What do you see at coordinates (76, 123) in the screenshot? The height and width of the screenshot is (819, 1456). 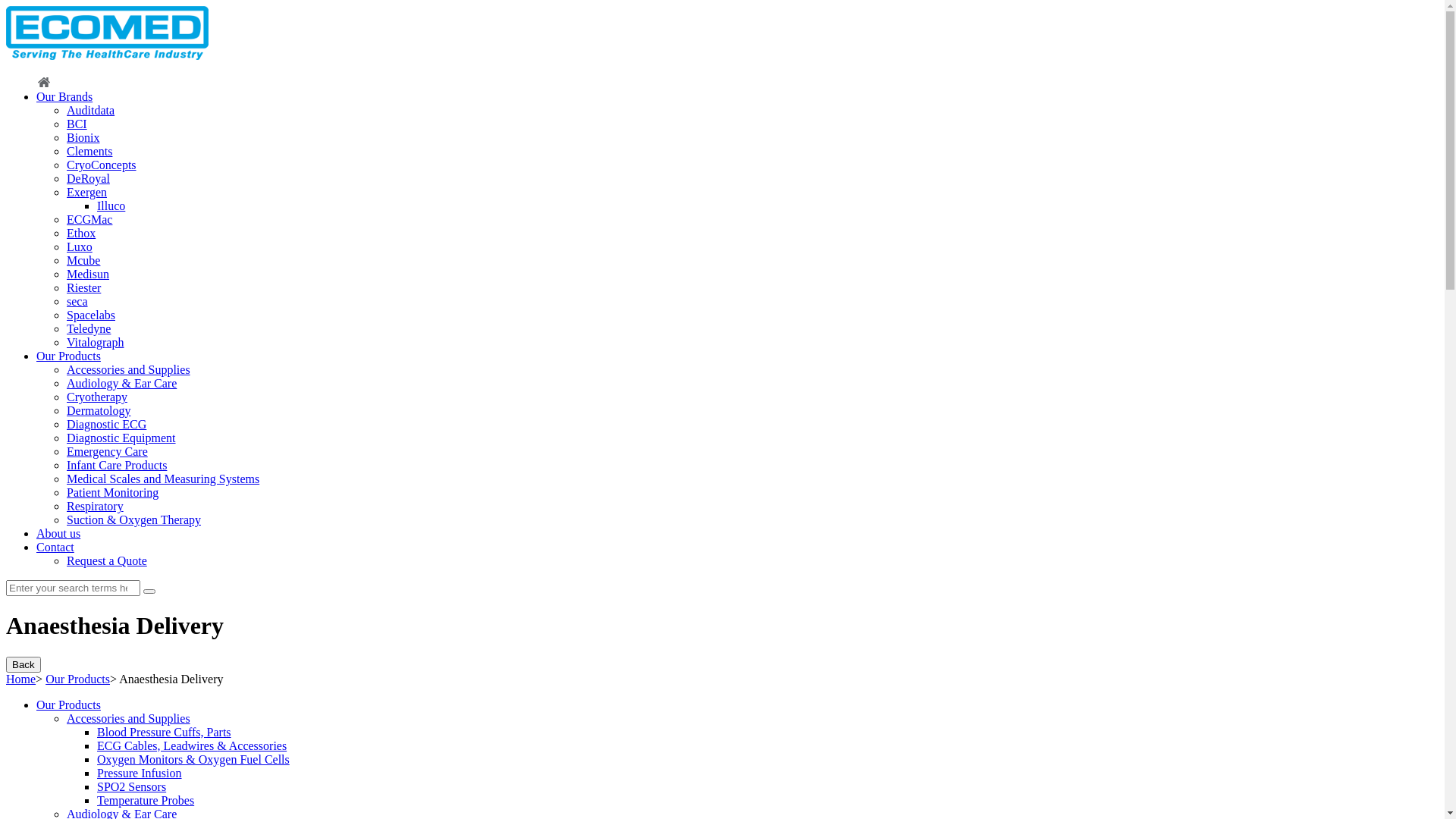 I see `'BCI'` at bounding box center [76, 123].